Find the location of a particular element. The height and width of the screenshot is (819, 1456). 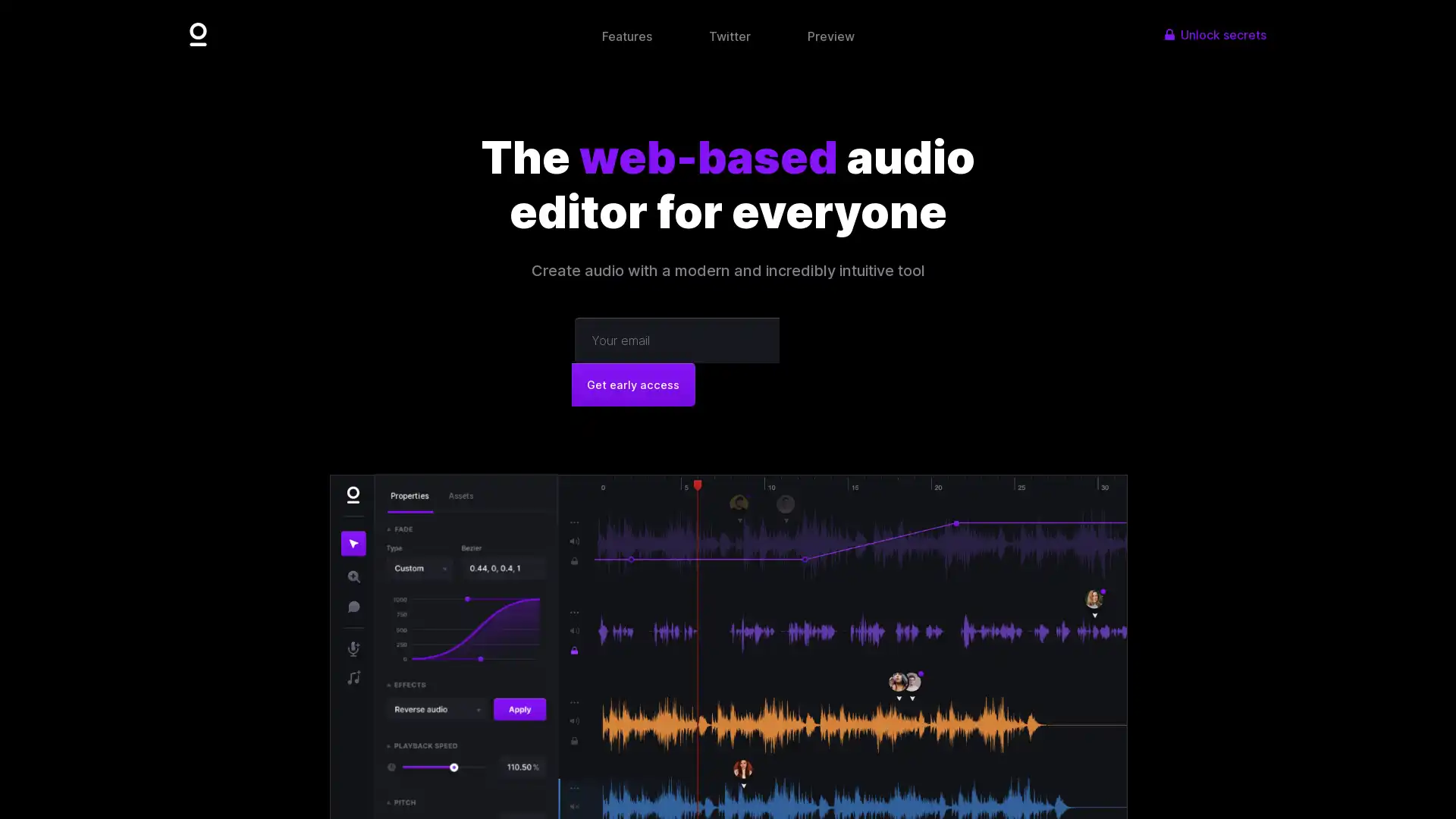

Get early access is located at coordinates (829, 339).